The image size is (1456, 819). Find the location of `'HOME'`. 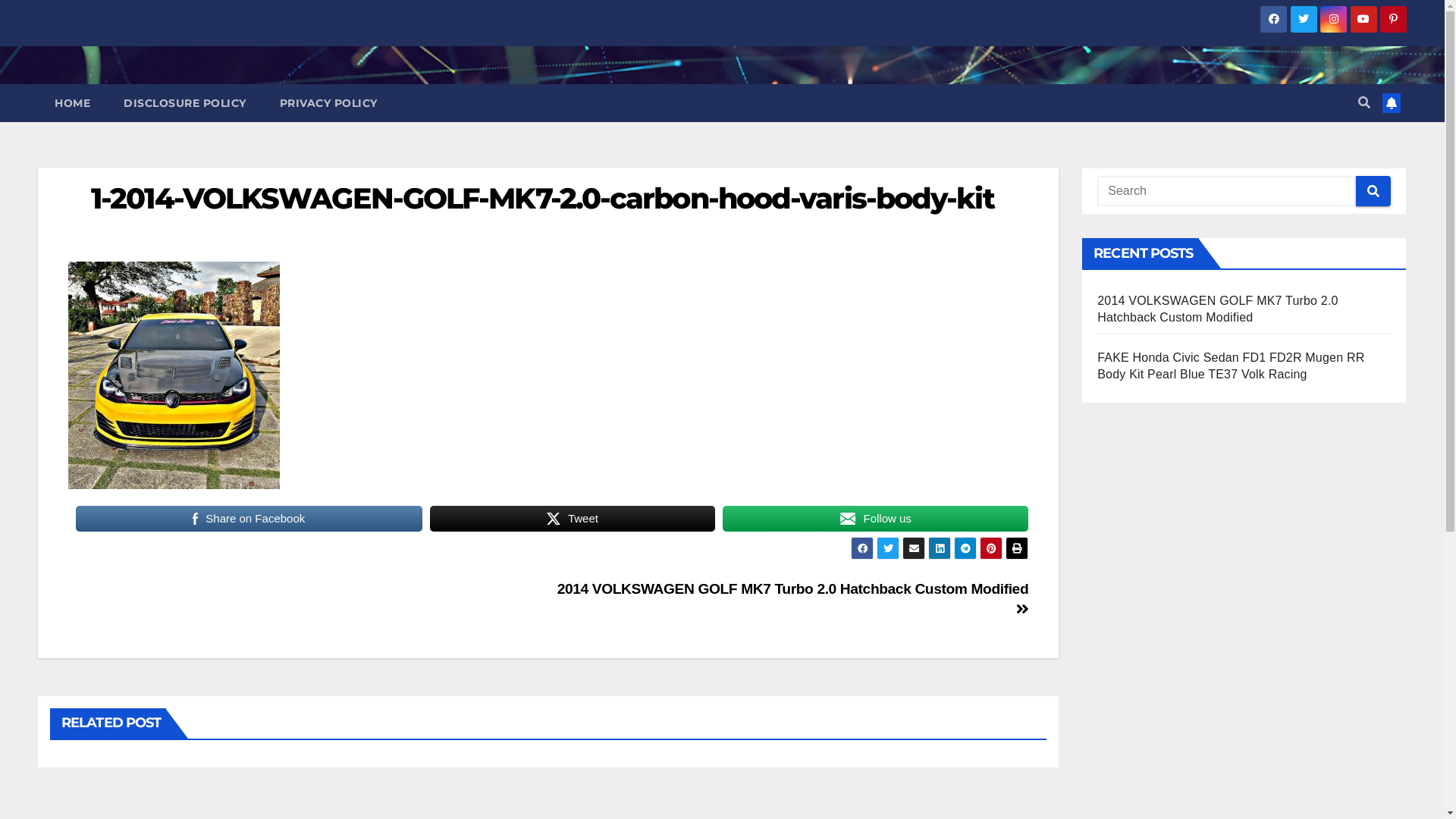

'HOME' is located at coordinates (71, 102).